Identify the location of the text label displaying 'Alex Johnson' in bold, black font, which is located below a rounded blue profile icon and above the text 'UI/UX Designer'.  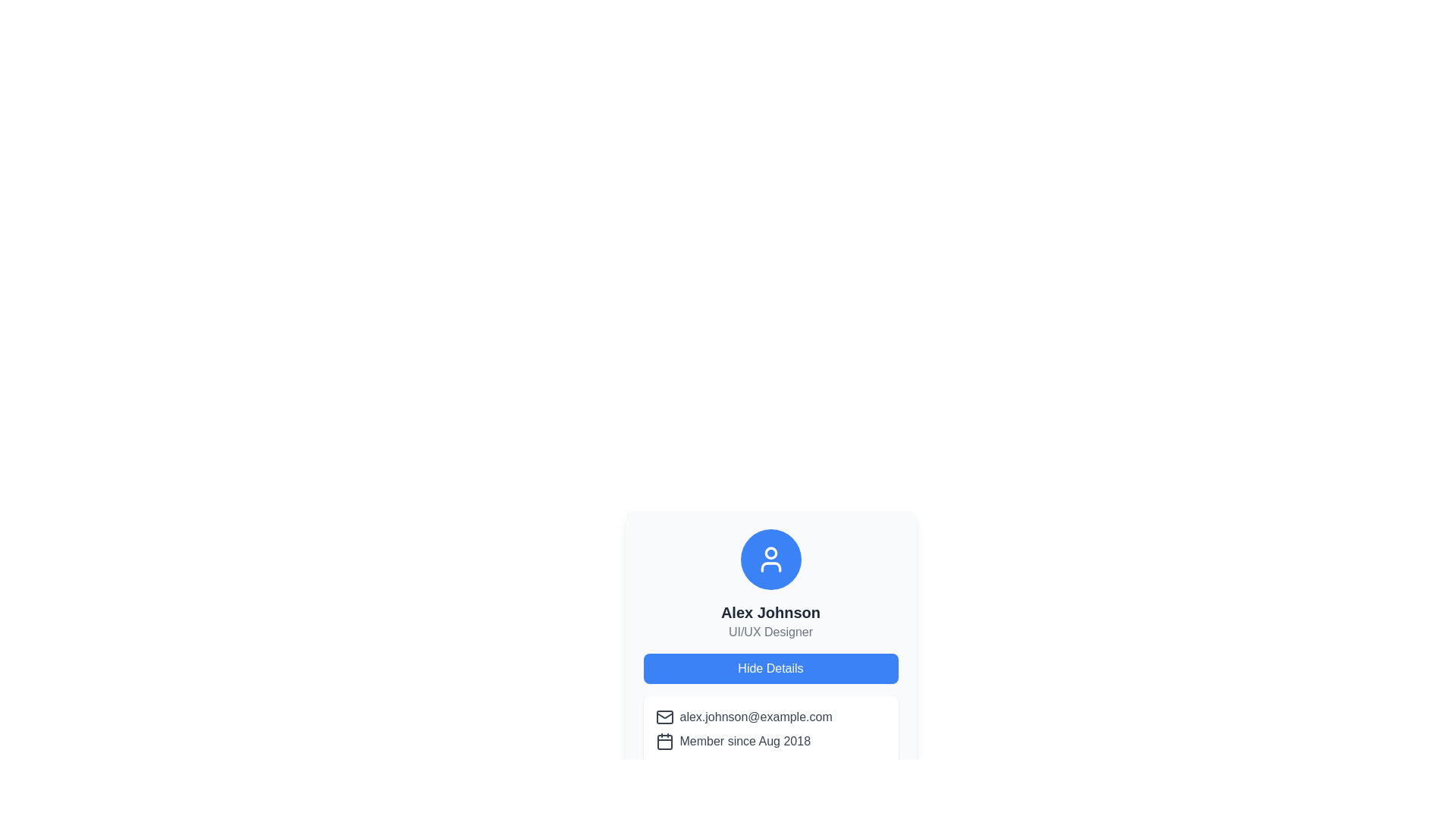
(770, 611).